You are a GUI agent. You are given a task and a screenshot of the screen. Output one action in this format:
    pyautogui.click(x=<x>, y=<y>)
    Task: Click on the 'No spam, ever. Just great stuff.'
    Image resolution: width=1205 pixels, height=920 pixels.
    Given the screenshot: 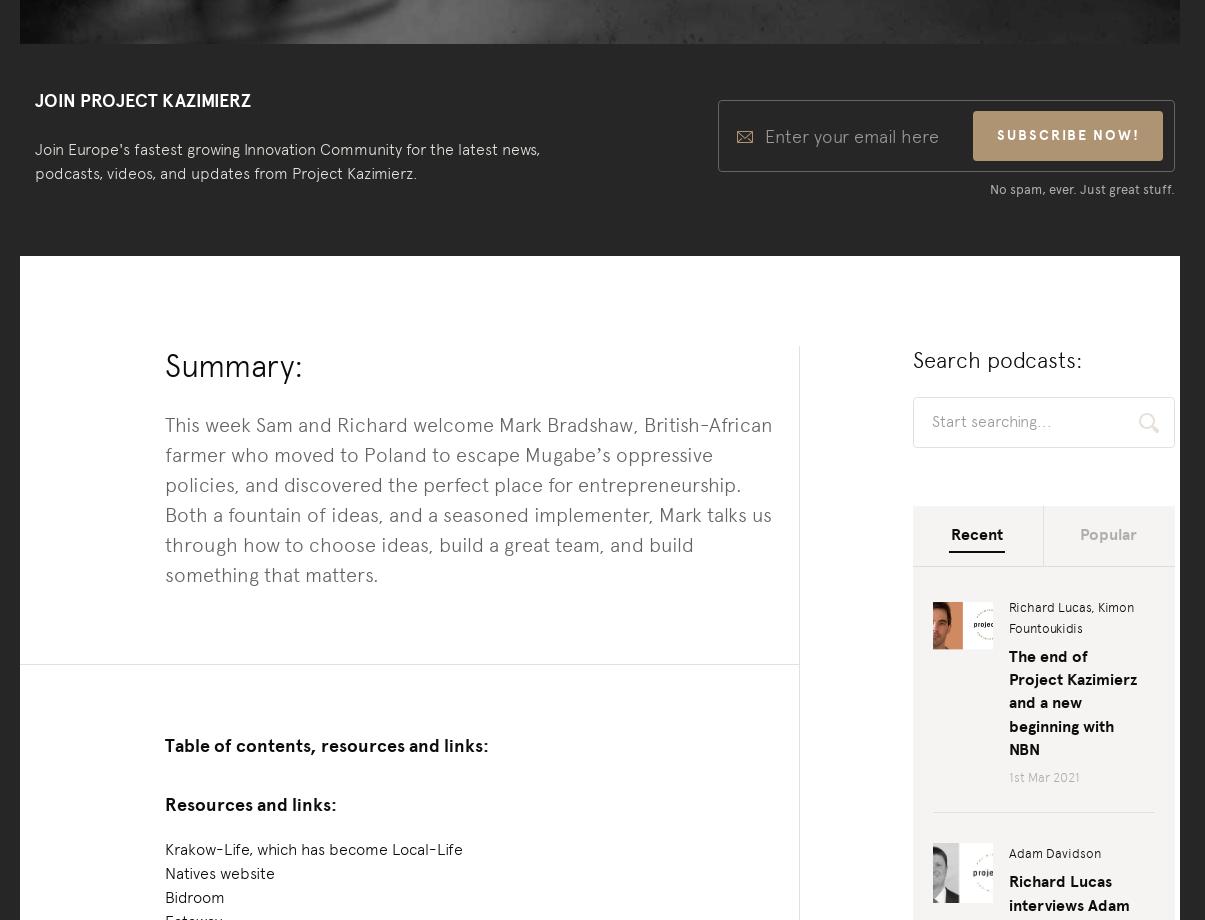 What is the action you would take?
    pyautogui.click(x=1082, y=187)
    